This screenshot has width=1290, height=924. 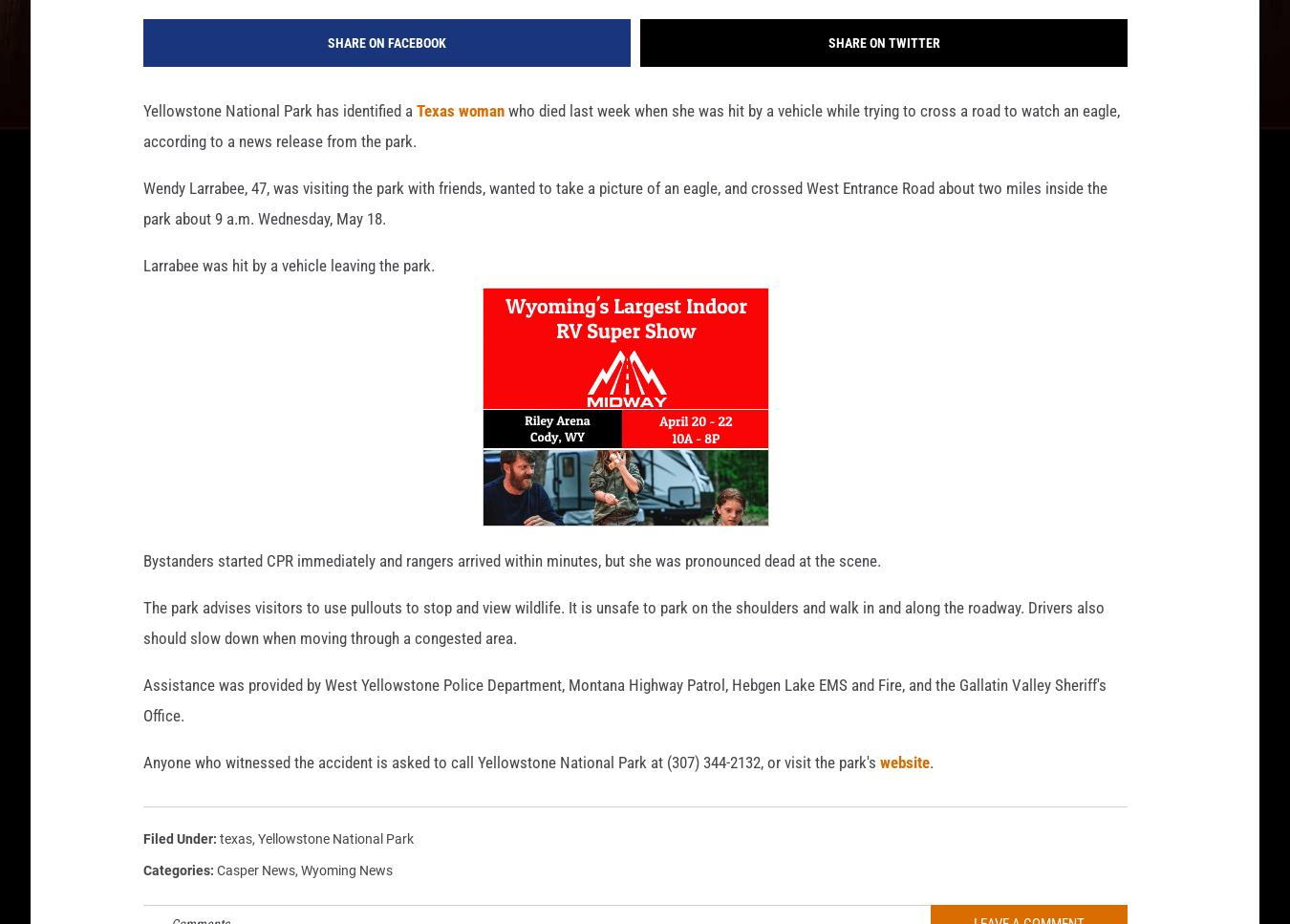 I want to click on 'Filed Under', so click(x=178, y=870).